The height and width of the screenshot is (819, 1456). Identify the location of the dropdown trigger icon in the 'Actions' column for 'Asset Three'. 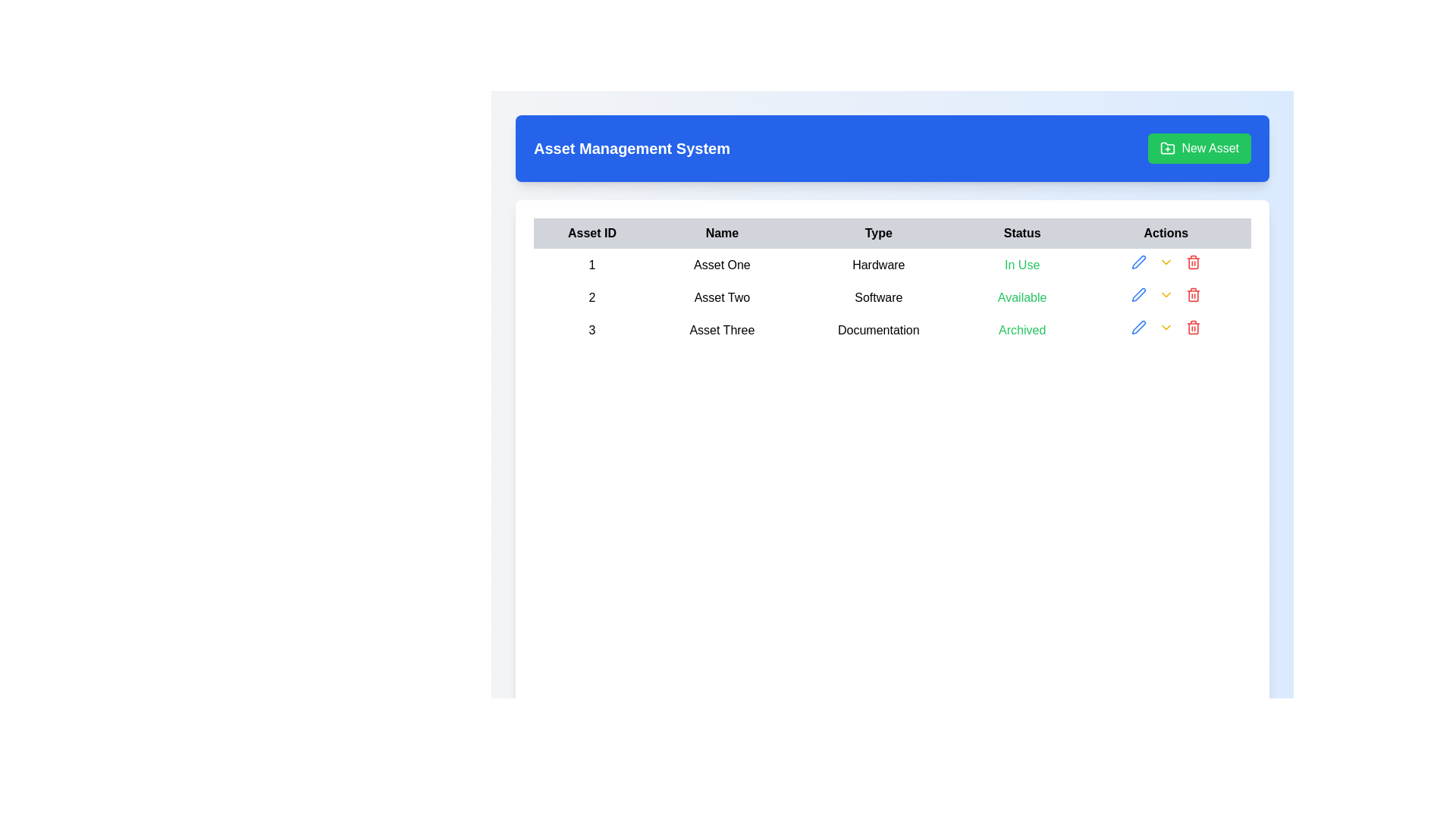
(1165, 329).